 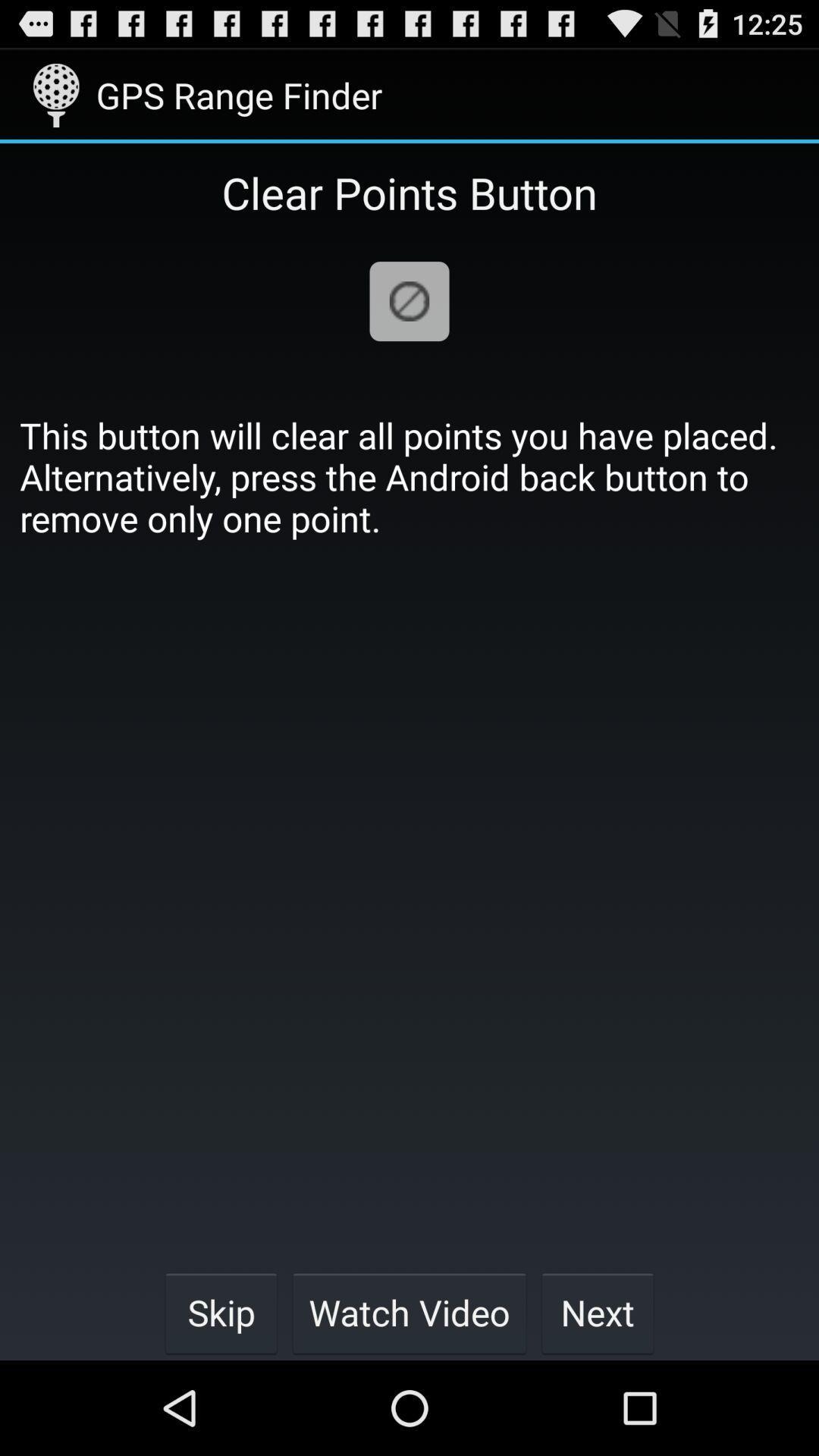 What do you see at coordinates (409, 1312) in the screenshot?
I see `item to the right of the skip button` at bounding box center [409, 1312].